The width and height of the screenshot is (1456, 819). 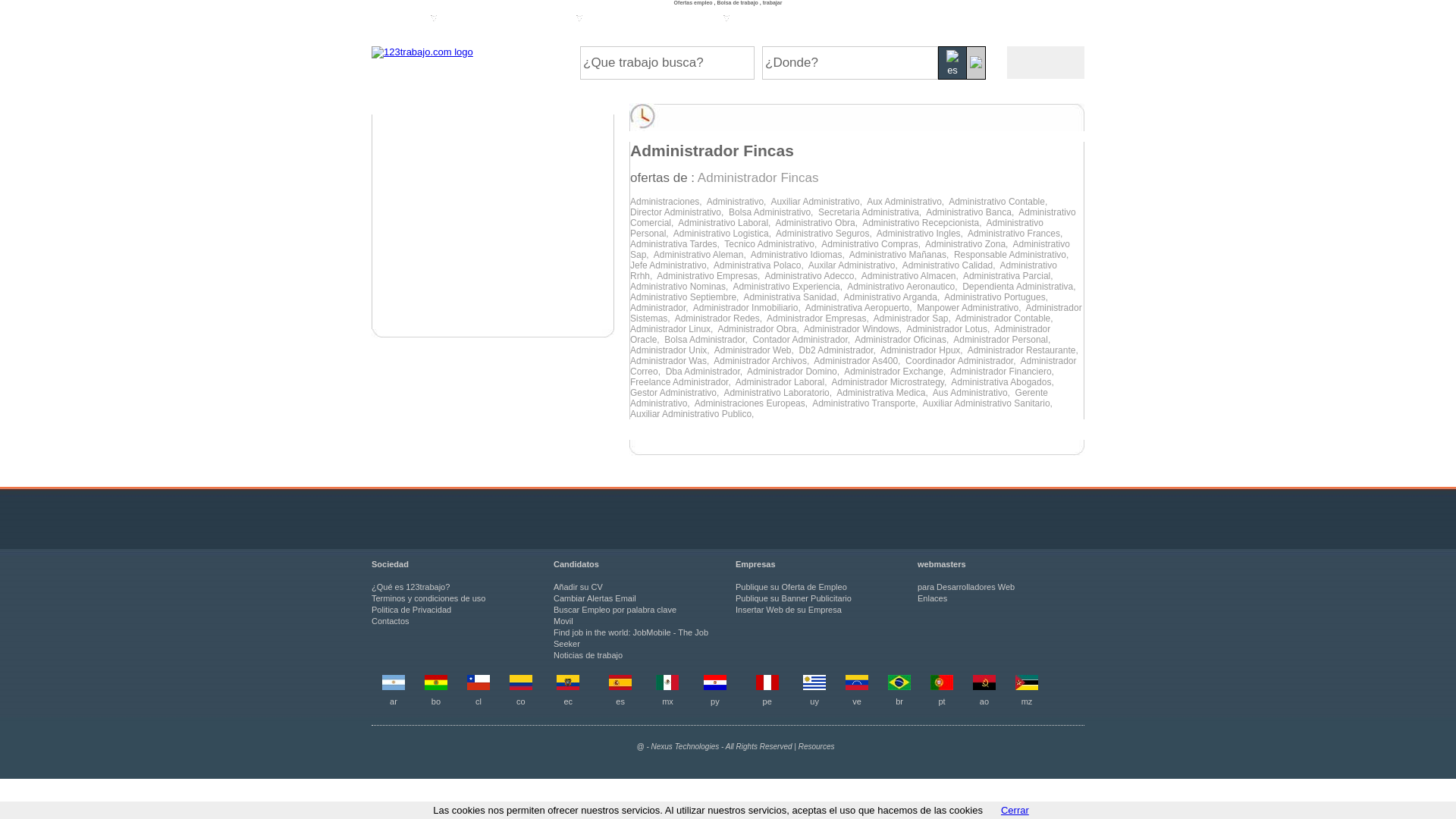 I want to click on 'Administrativa Medica, ', so click(x=884, y=391).